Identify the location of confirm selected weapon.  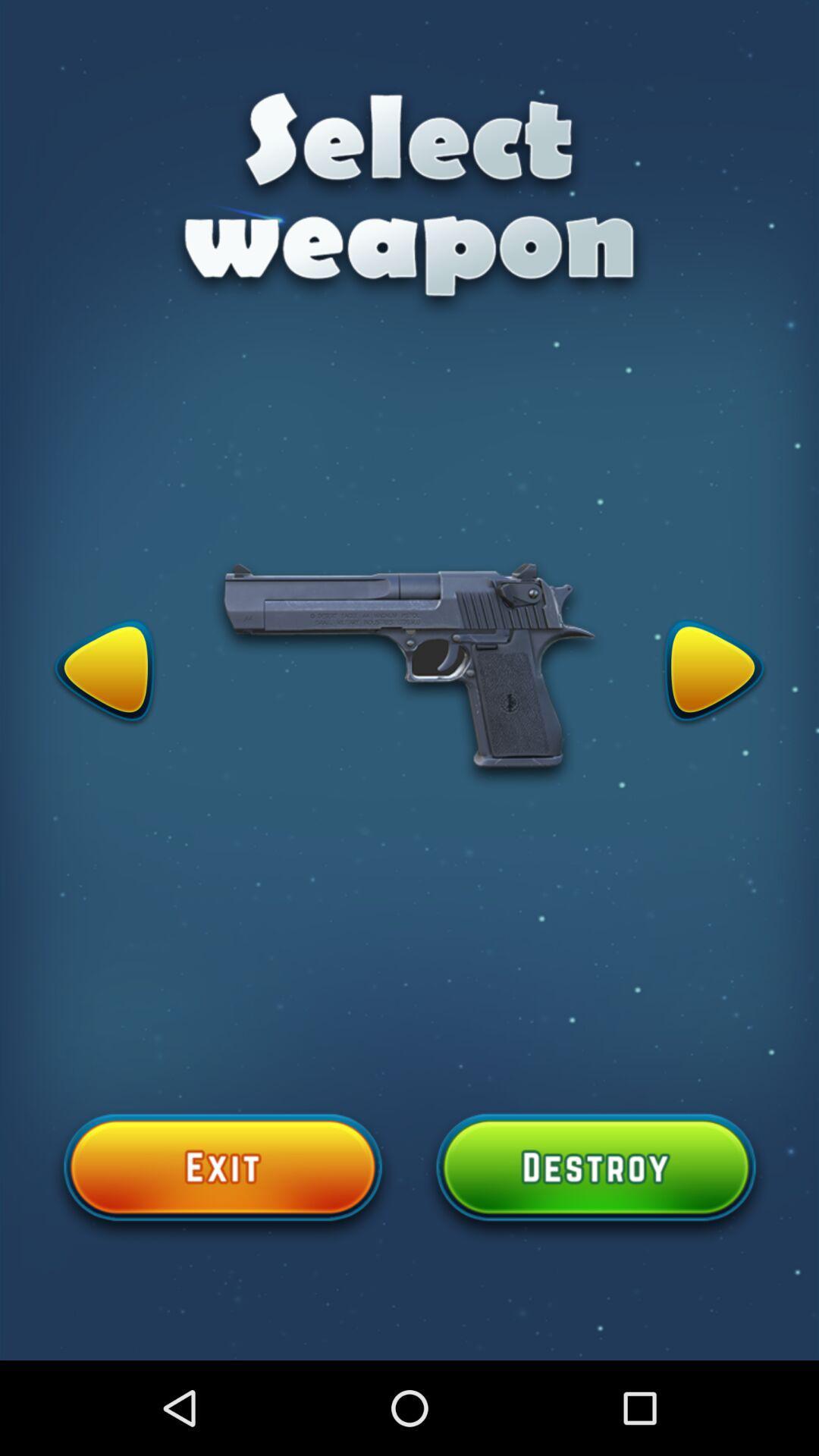
(595, 1175).